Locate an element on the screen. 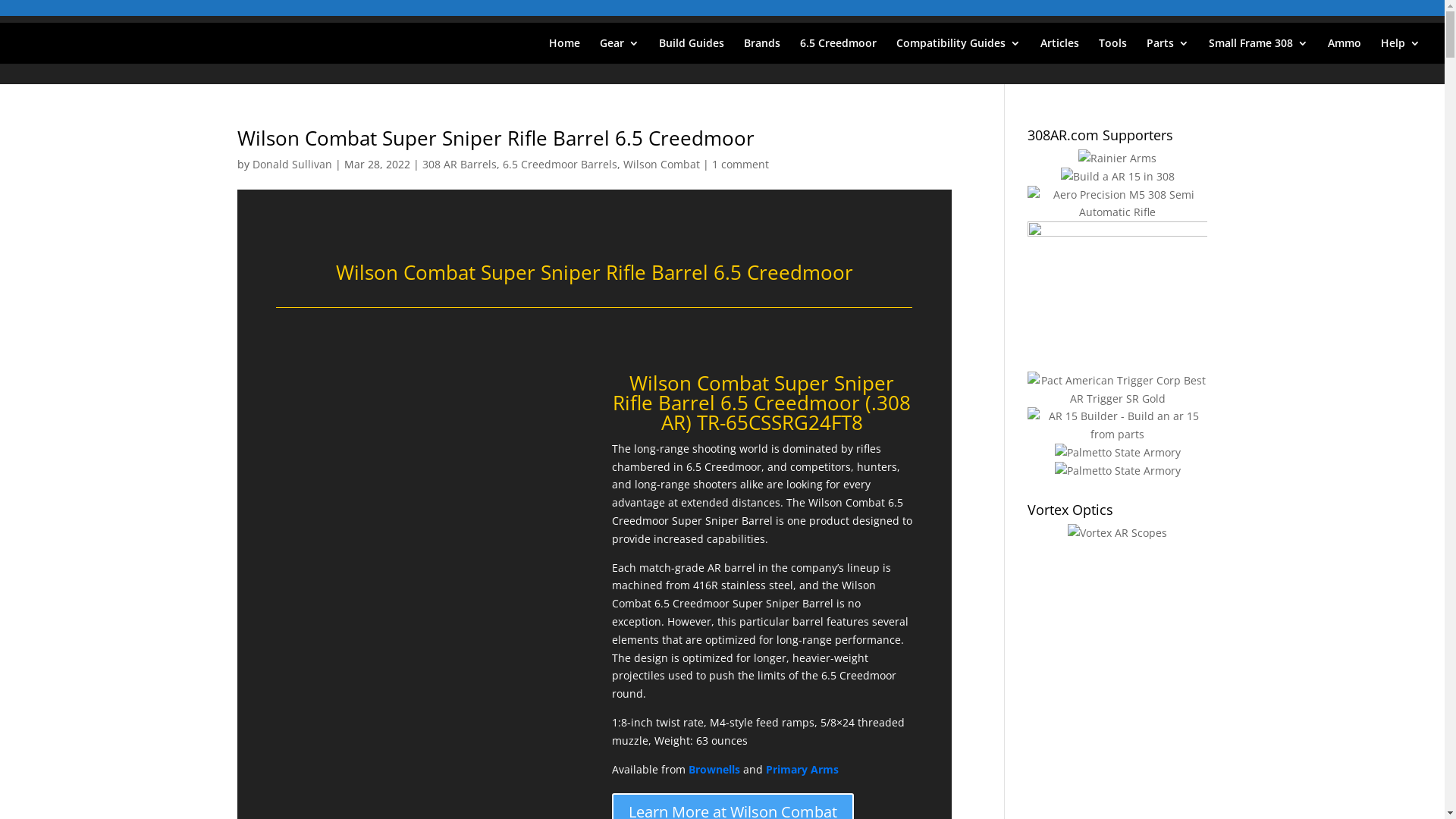 This screenshot has width=1456, height=819. 'Rainier Arms' is located at coordinates (1117, 158).